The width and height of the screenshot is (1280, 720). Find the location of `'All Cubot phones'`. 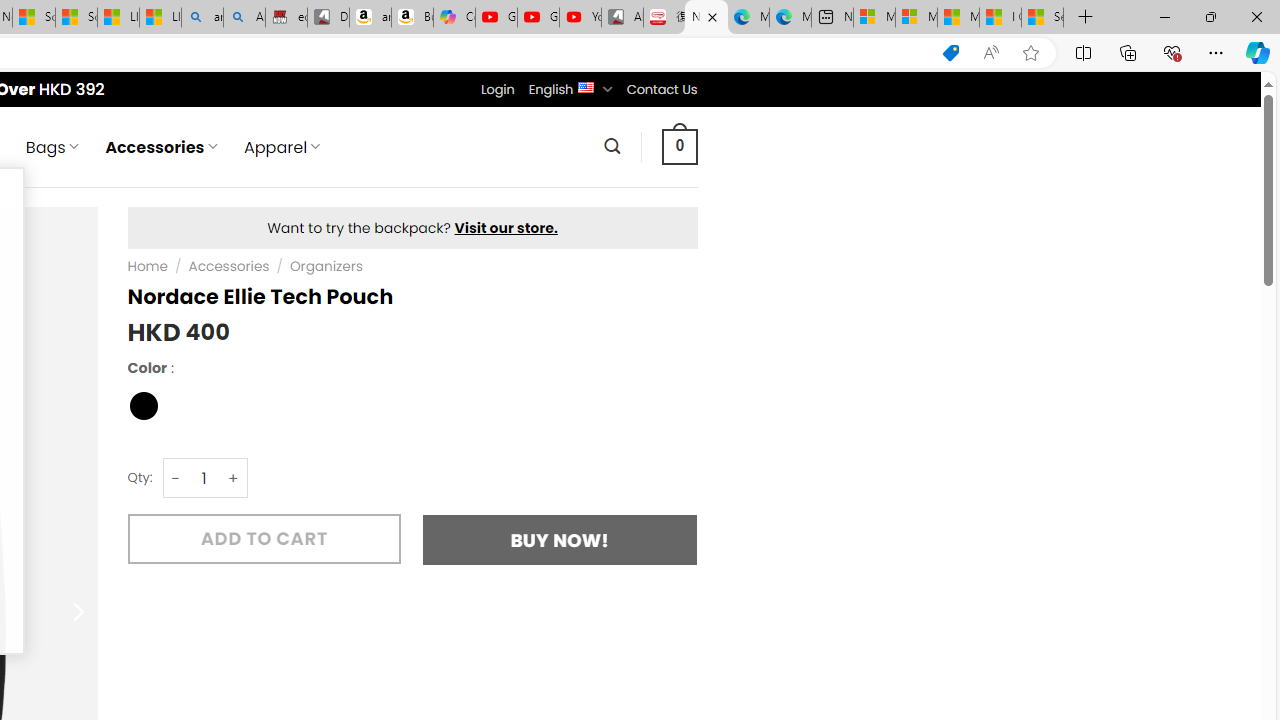

'All Cubot phones' is located at coordinates (621, 17).